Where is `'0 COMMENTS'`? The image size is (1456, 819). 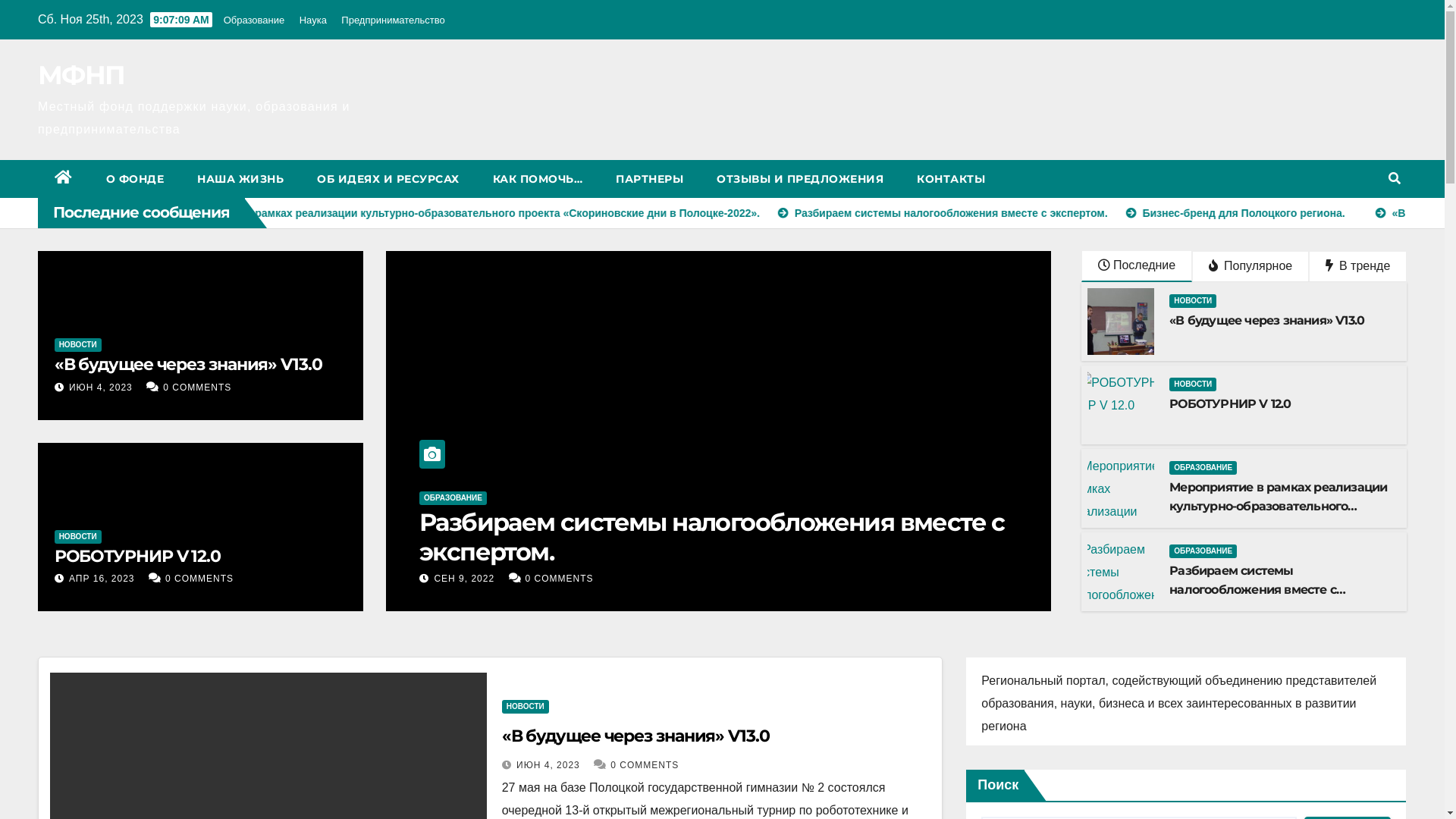 '0 COMMENTS' is located at coordinates (531, 579).